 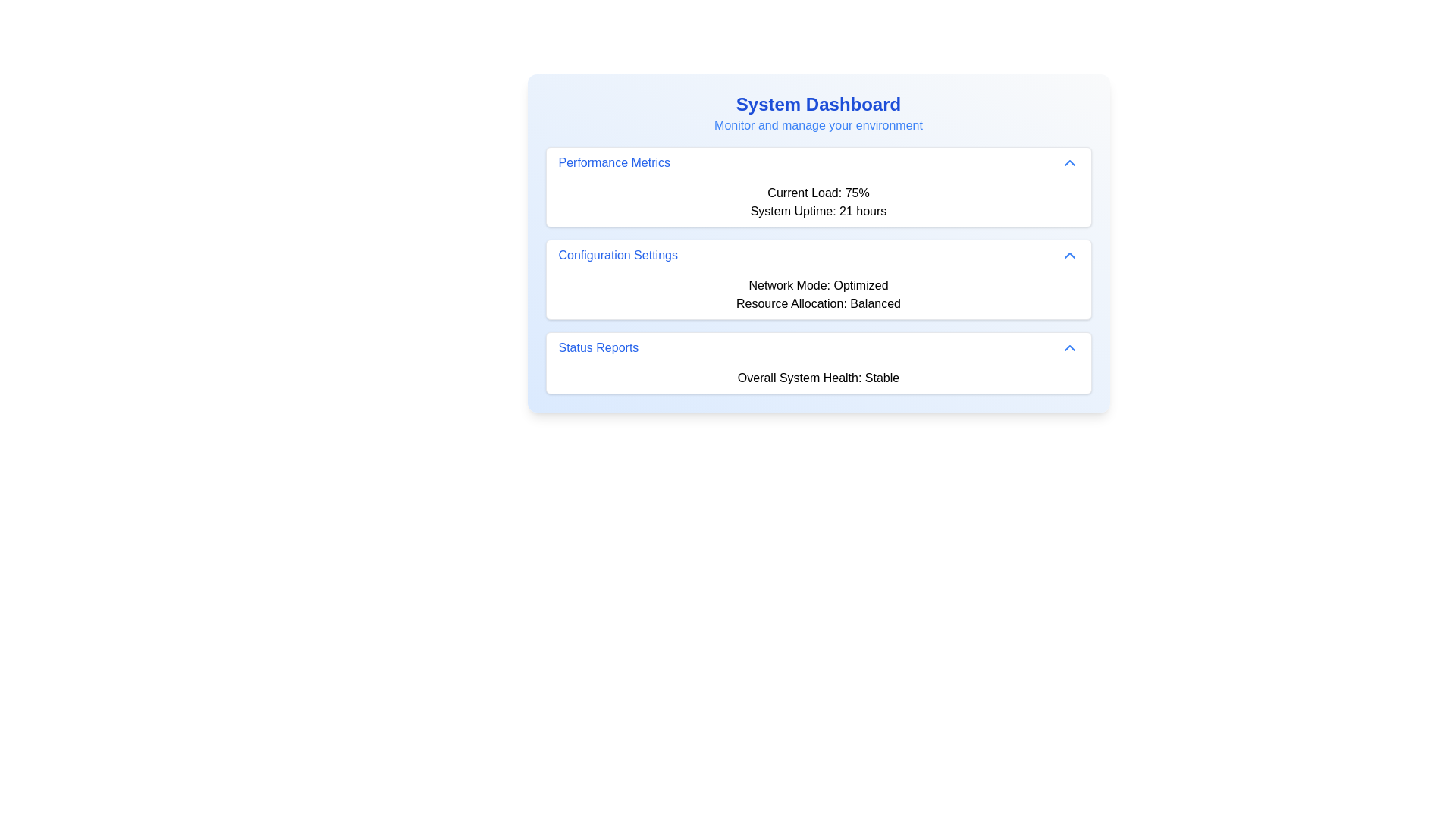 I want to click on the Text Display element that shows the current load of the system, positioned at the first line of text in the 'Performance Metrics' section, so click(x=817, y=192).